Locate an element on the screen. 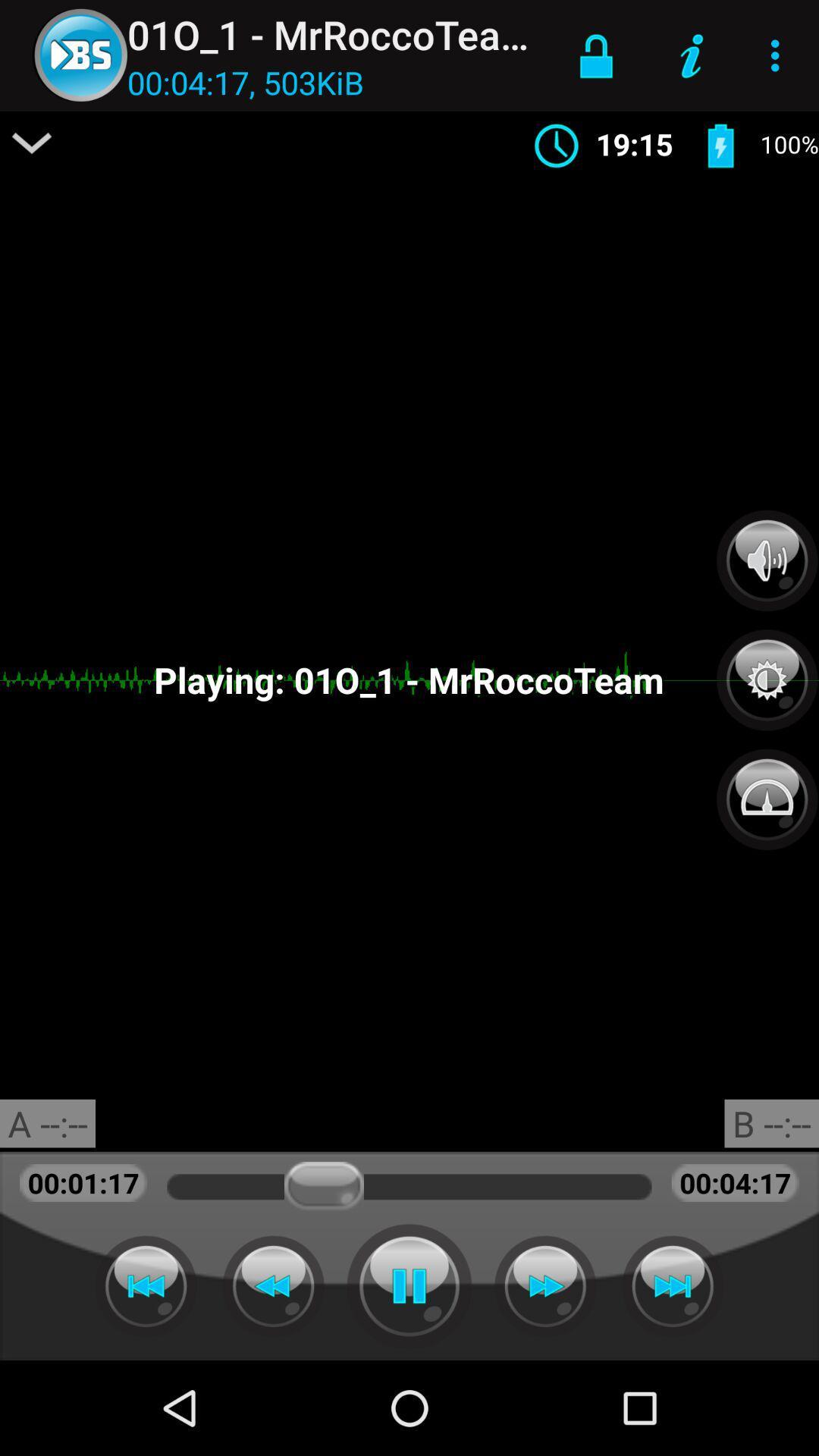 The width and height of the screenshot is (819, 1456). the volume icon is located at coordinates (767, 560).